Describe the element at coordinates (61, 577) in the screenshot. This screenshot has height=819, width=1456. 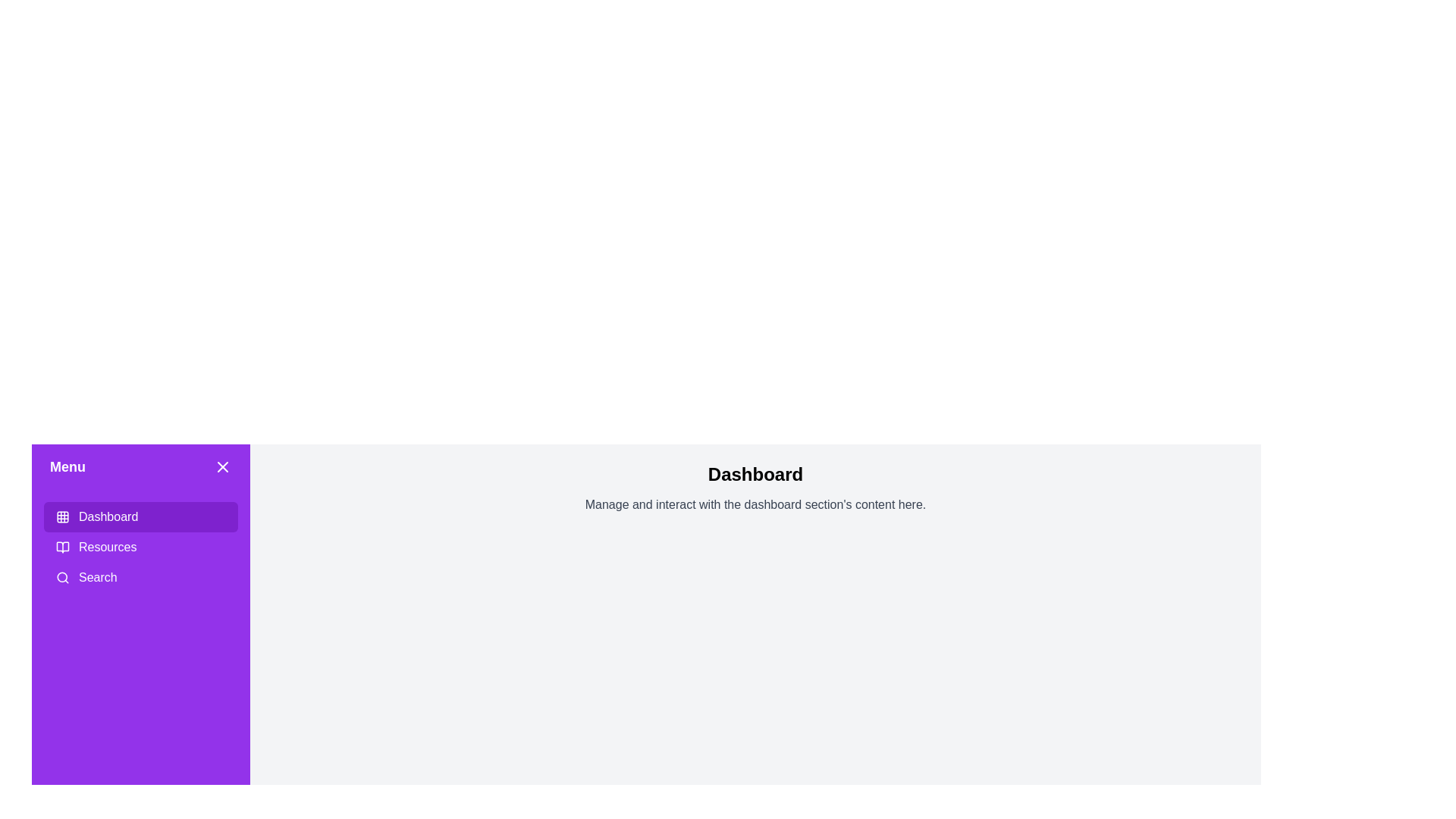
I see `the hollow circle component of the search icon located in the menu panel on the left side of the interface` at that location.